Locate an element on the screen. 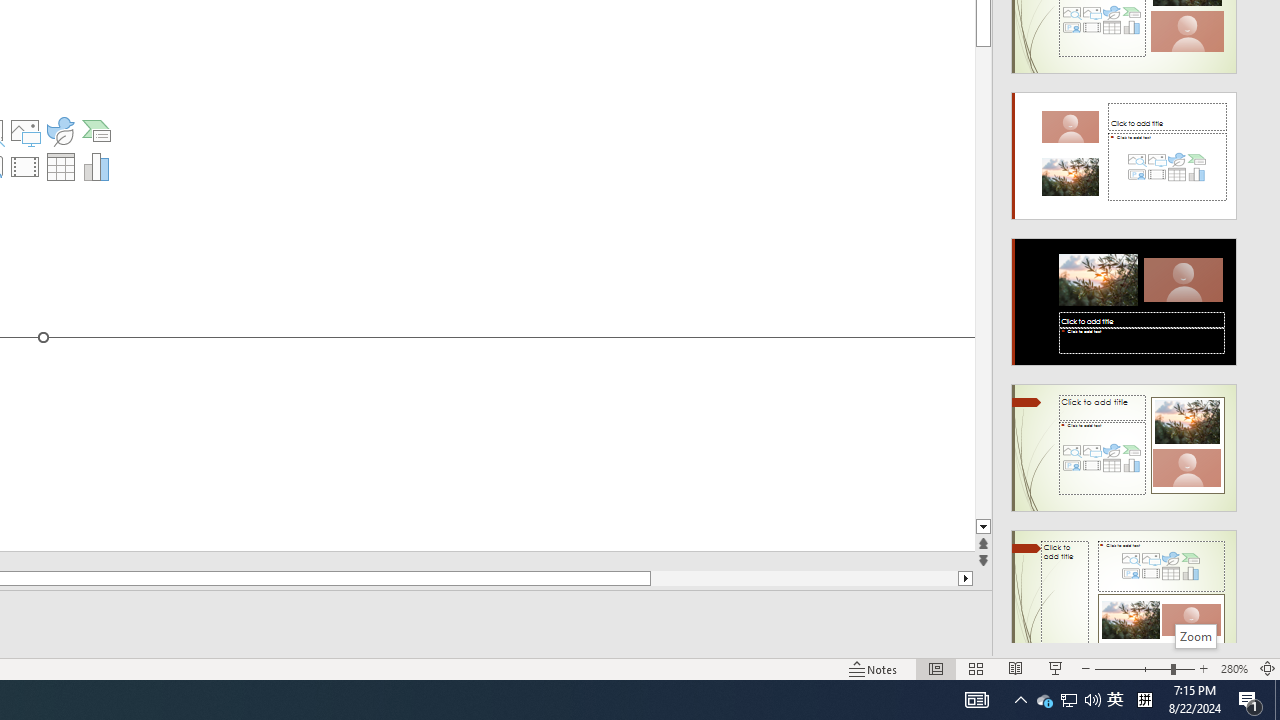  'Zoom In' is located at coordinates (1203, 669).